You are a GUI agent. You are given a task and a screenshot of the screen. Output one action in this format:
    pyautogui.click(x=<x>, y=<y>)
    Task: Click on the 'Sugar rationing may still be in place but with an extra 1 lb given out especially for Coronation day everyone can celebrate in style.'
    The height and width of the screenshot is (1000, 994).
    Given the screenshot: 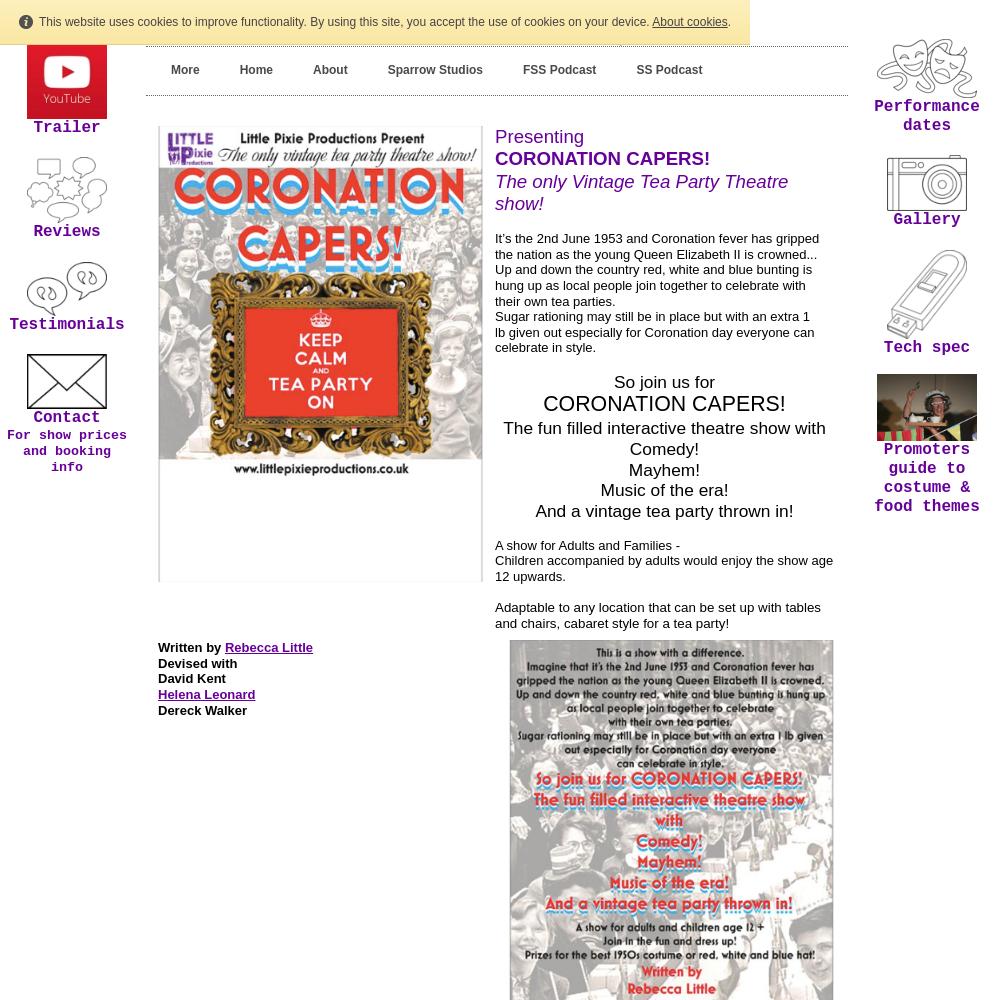 What is the action you would take?
    pyautogui.click(x=654, y=331)
    